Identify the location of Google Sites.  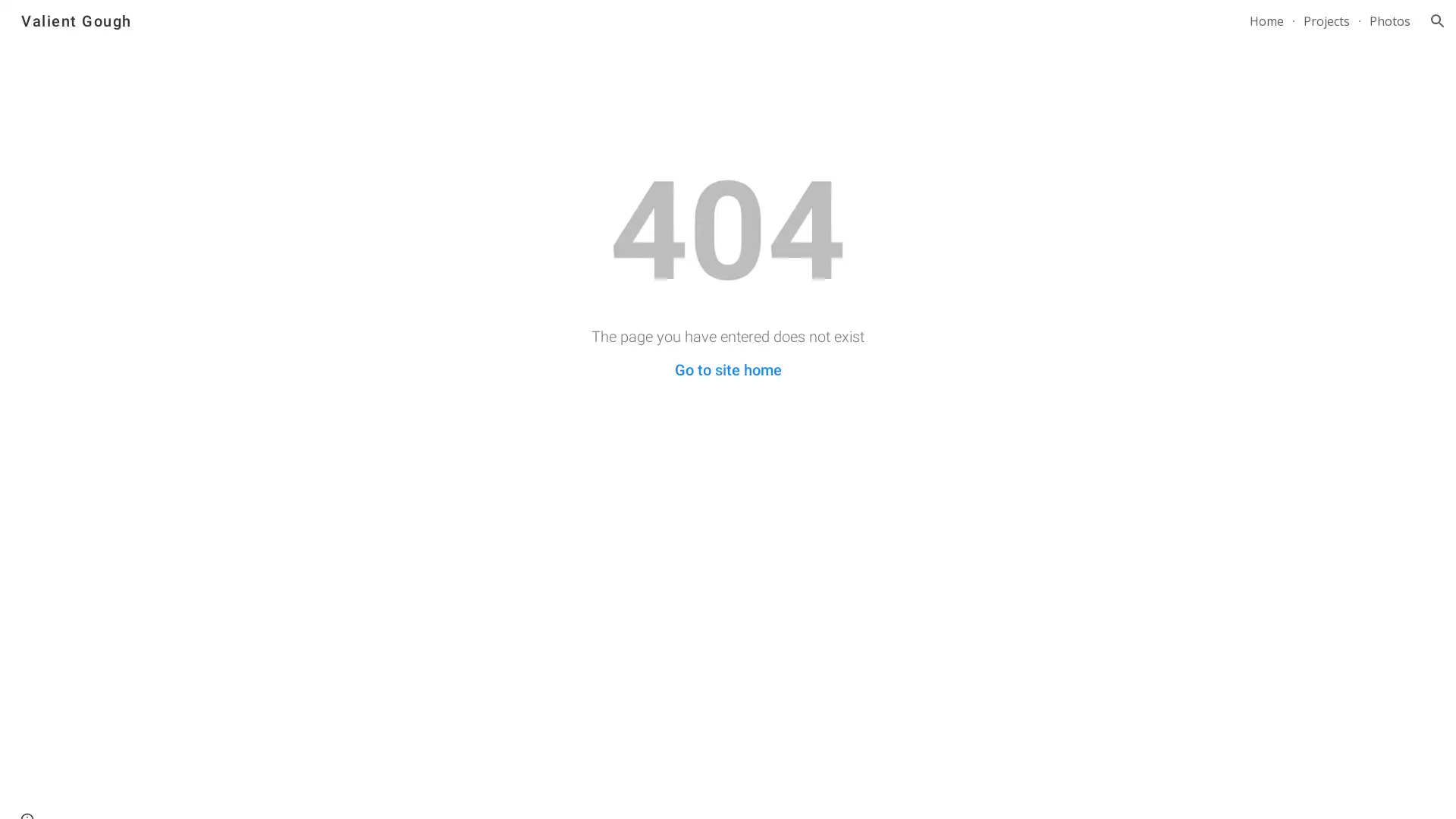
(117, 792).